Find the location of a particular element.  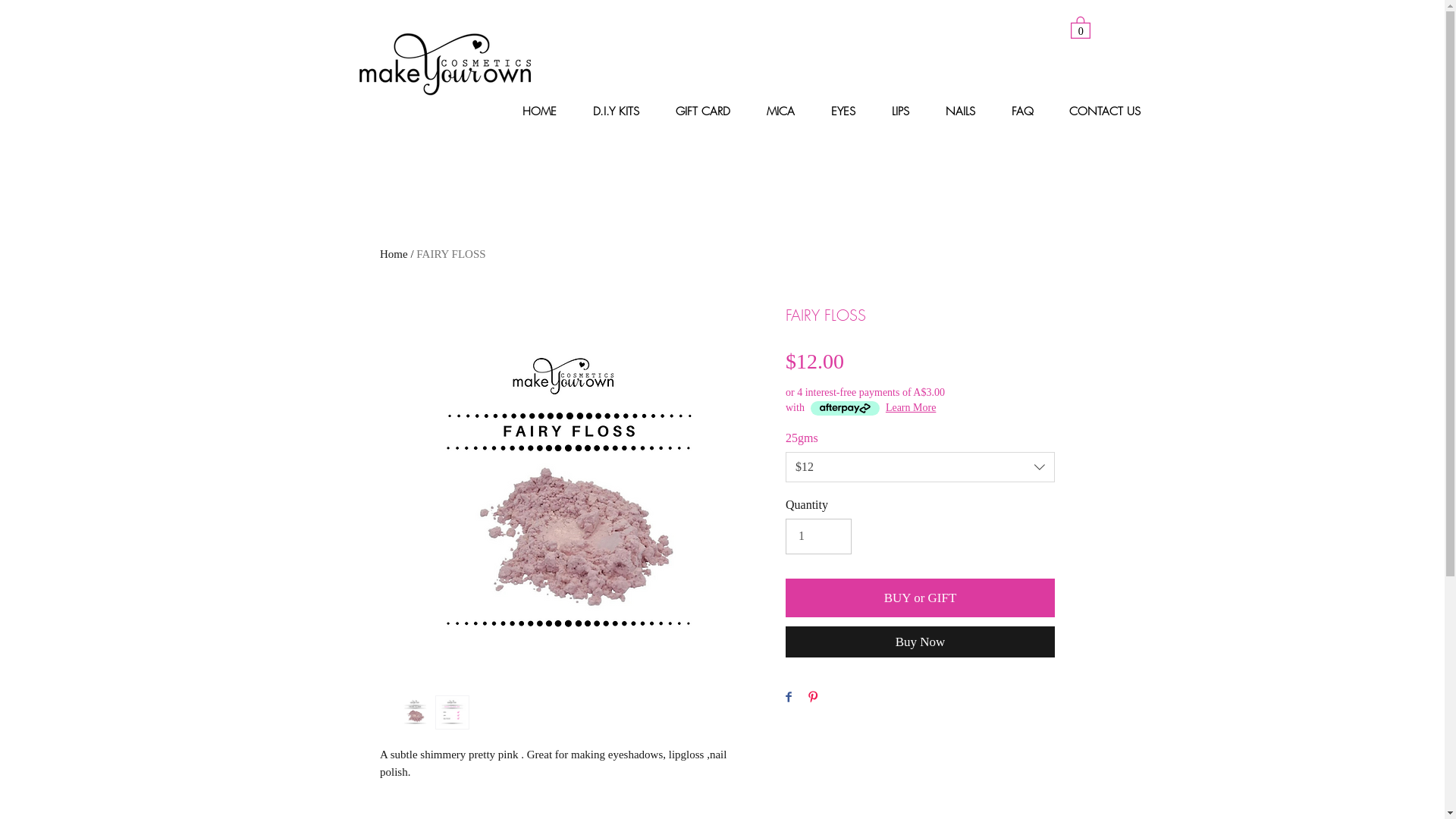

'Learn More' is located at coordinates (910, 406).